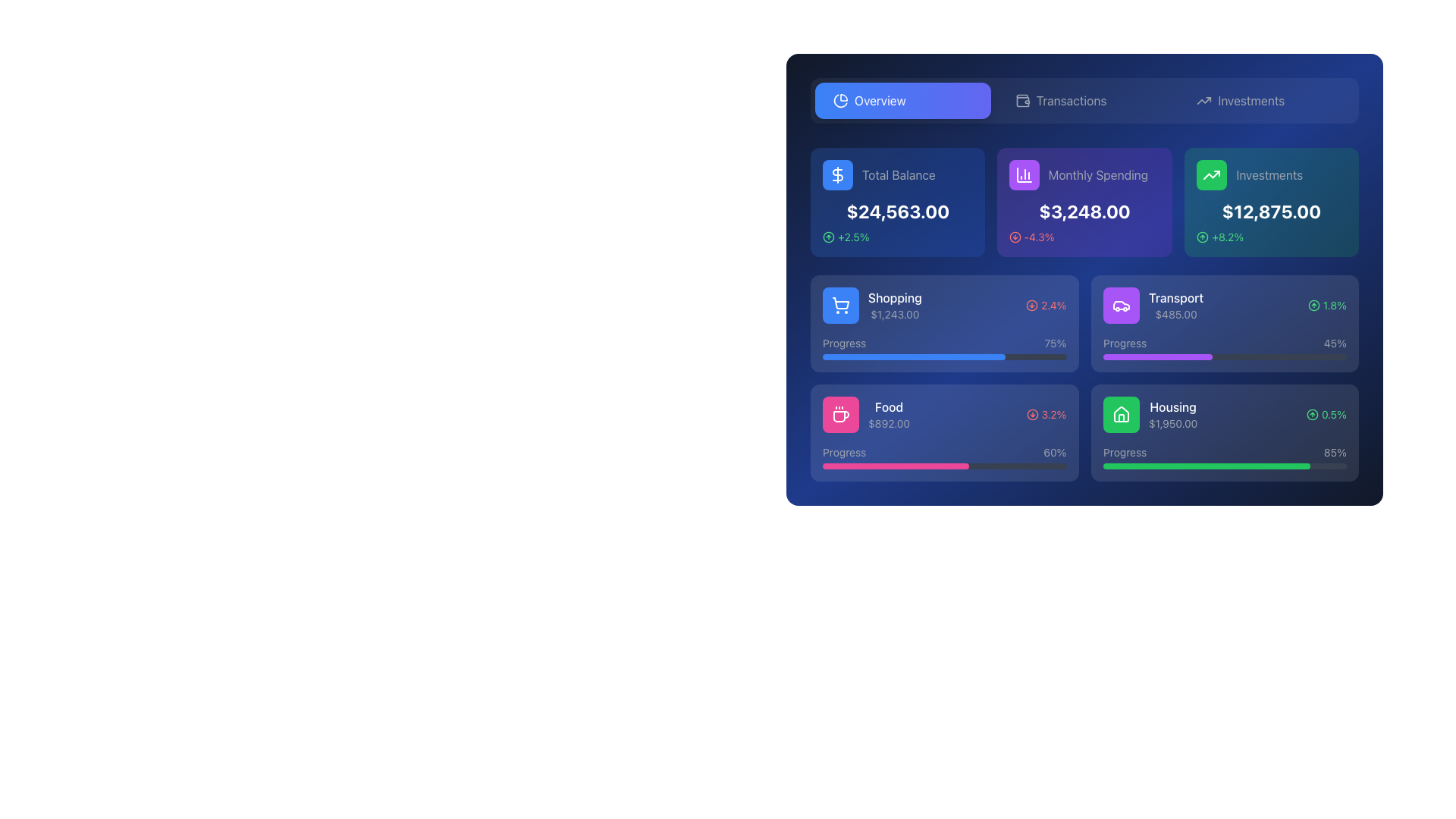 The width and height of the screenshot is (1456, 819). I want to click on the decorative 'Transactions' icon located to the immediate left of the text 'Transactions' in the header section of the navigation bar, so click(1022, 100).